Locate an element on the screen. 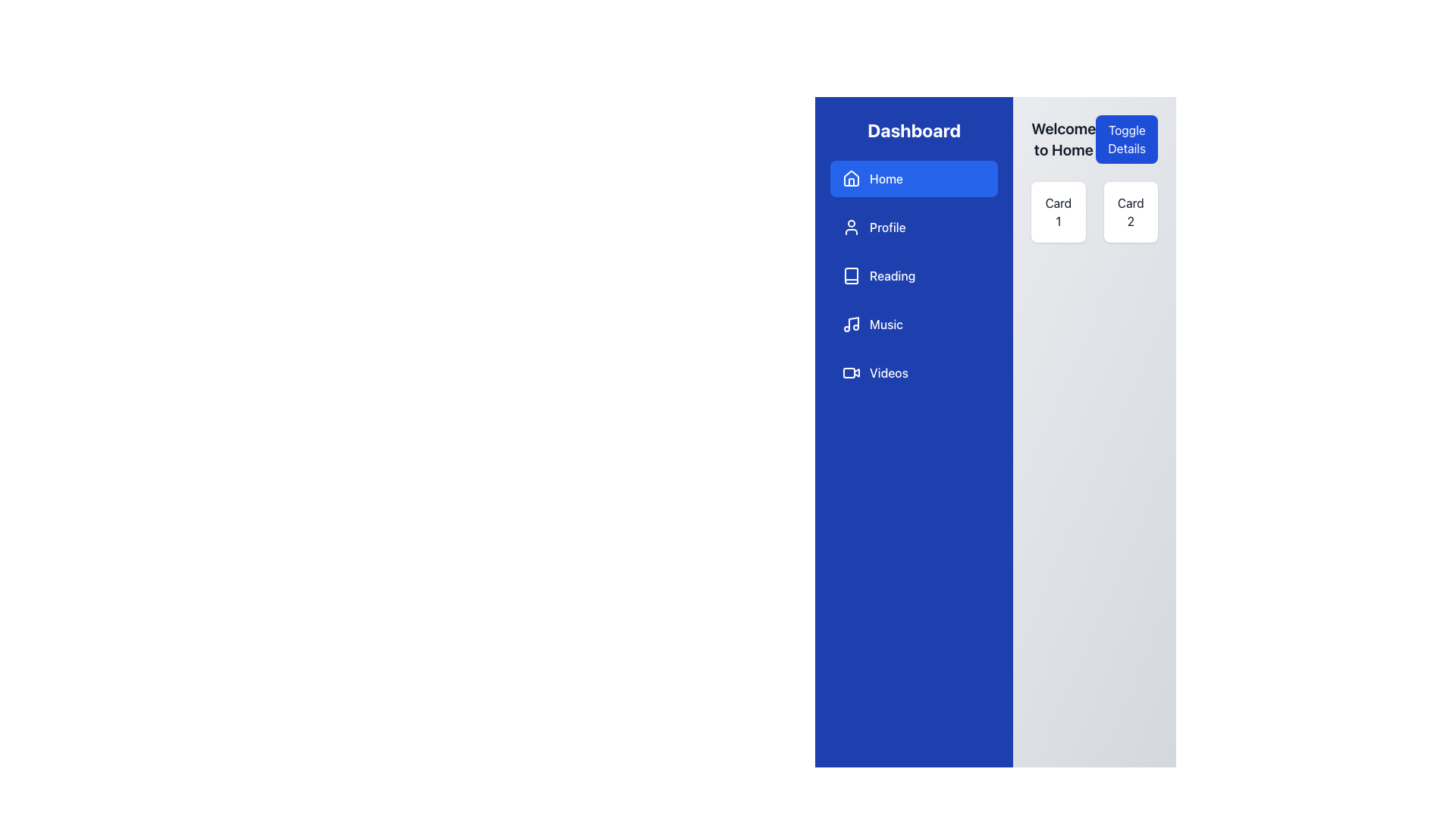  the third item in the vertical navigation menu labeled 'Reading' is located at coordinates (913, 275).